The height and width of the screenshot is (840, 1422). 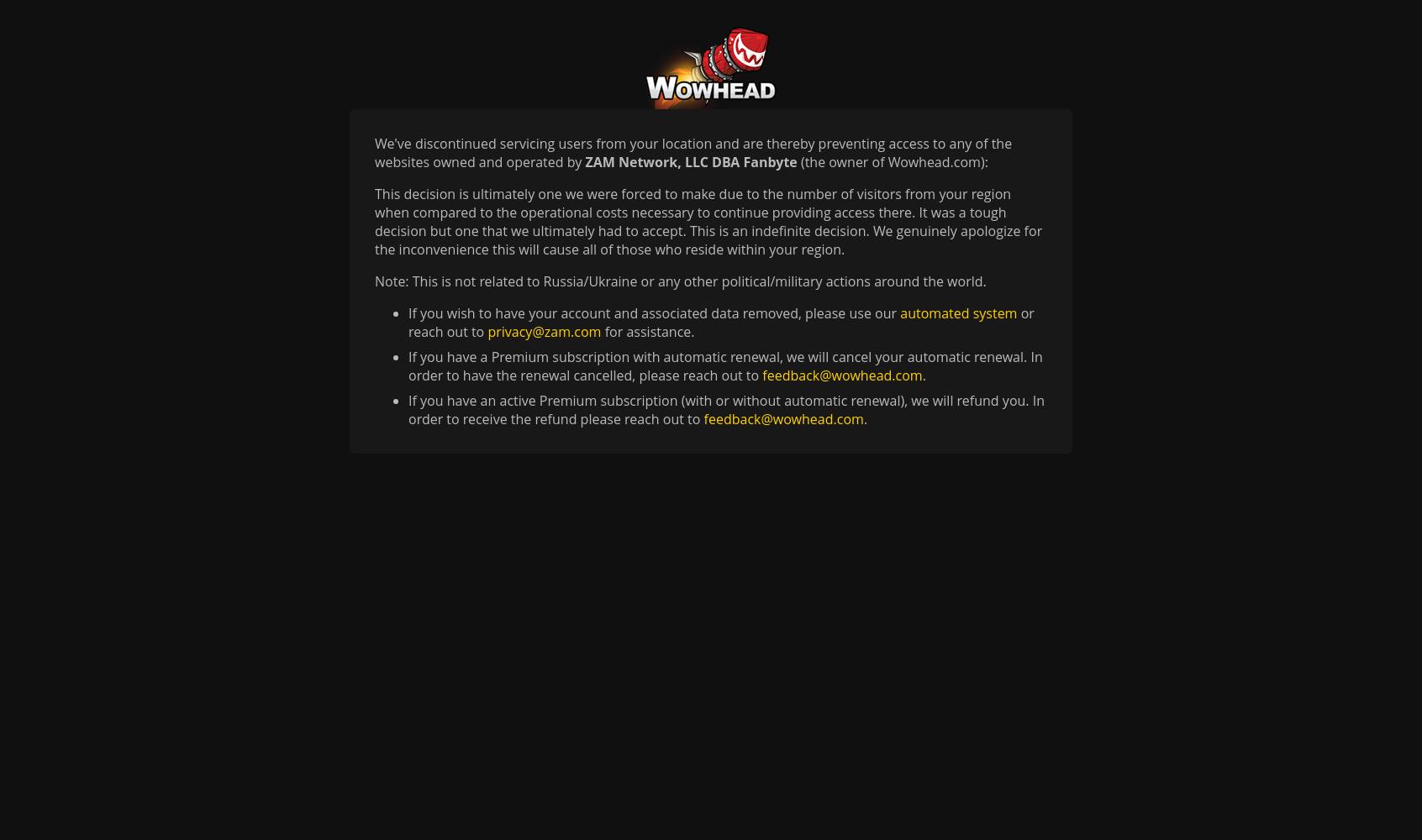 I want to click on 'automated system', so click(x=957, y=312).